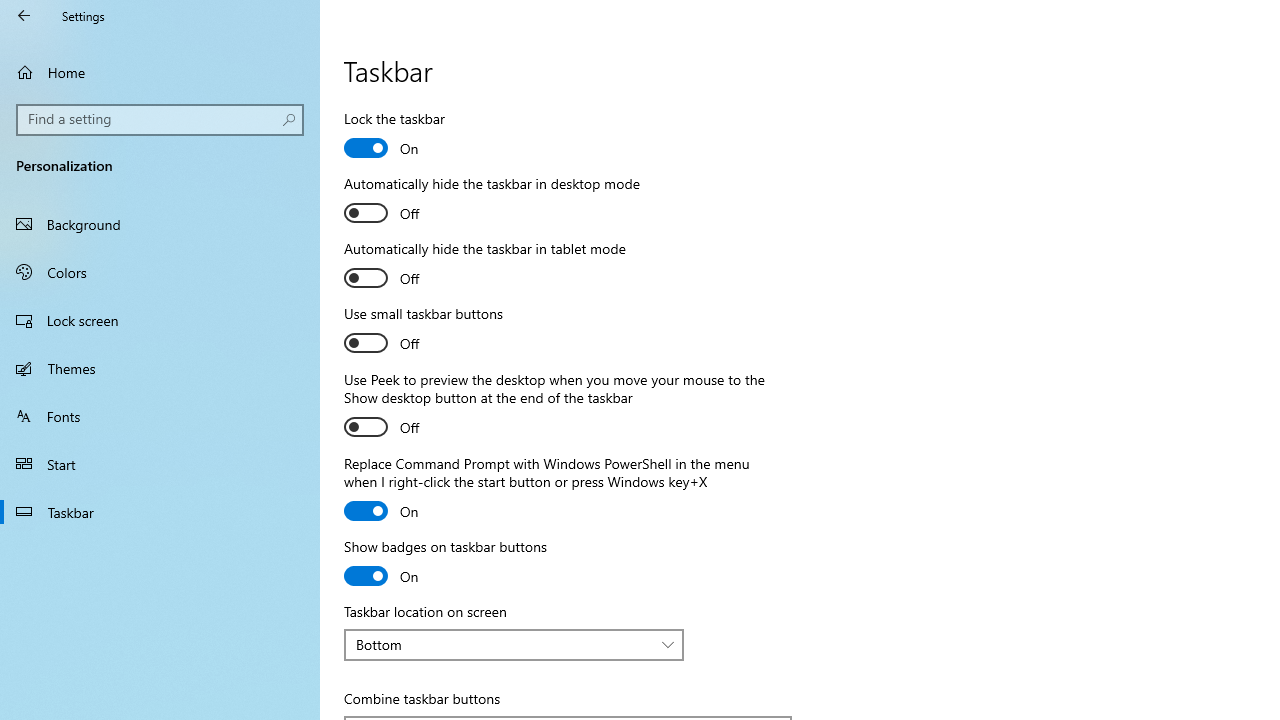 The image size is (1280, 720). I want to click on 'Bottom', so click(503, 644).